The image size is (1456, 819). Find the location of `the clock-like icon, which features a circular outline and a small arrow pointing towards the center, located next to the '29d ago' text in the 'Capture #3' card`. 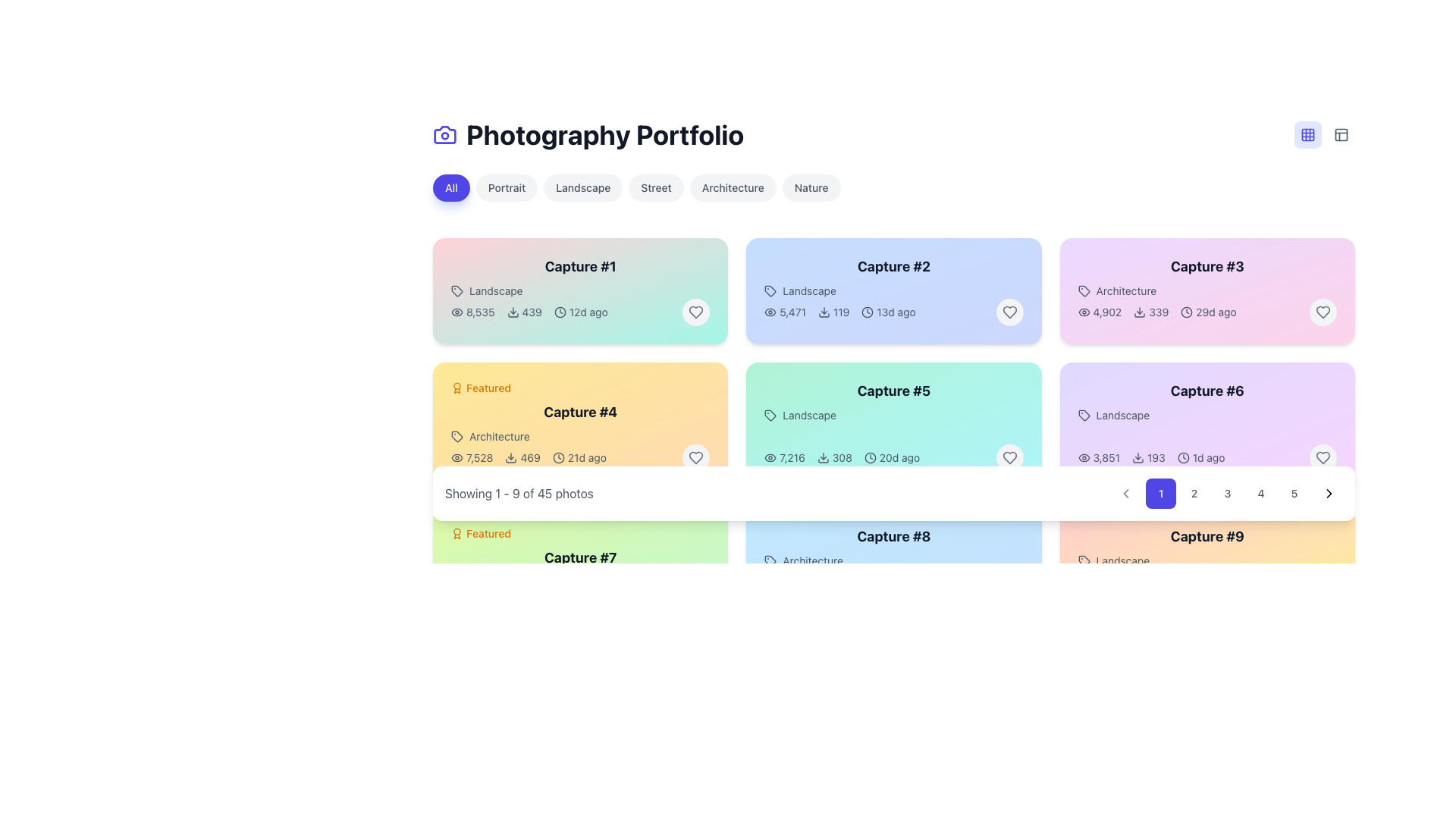

the clock-like icon, which features a circular outline and a small arrow pointing towards the center, located next to the '29d ago' text in the 'Capture #3' card is located at coordinates (1186, 312).